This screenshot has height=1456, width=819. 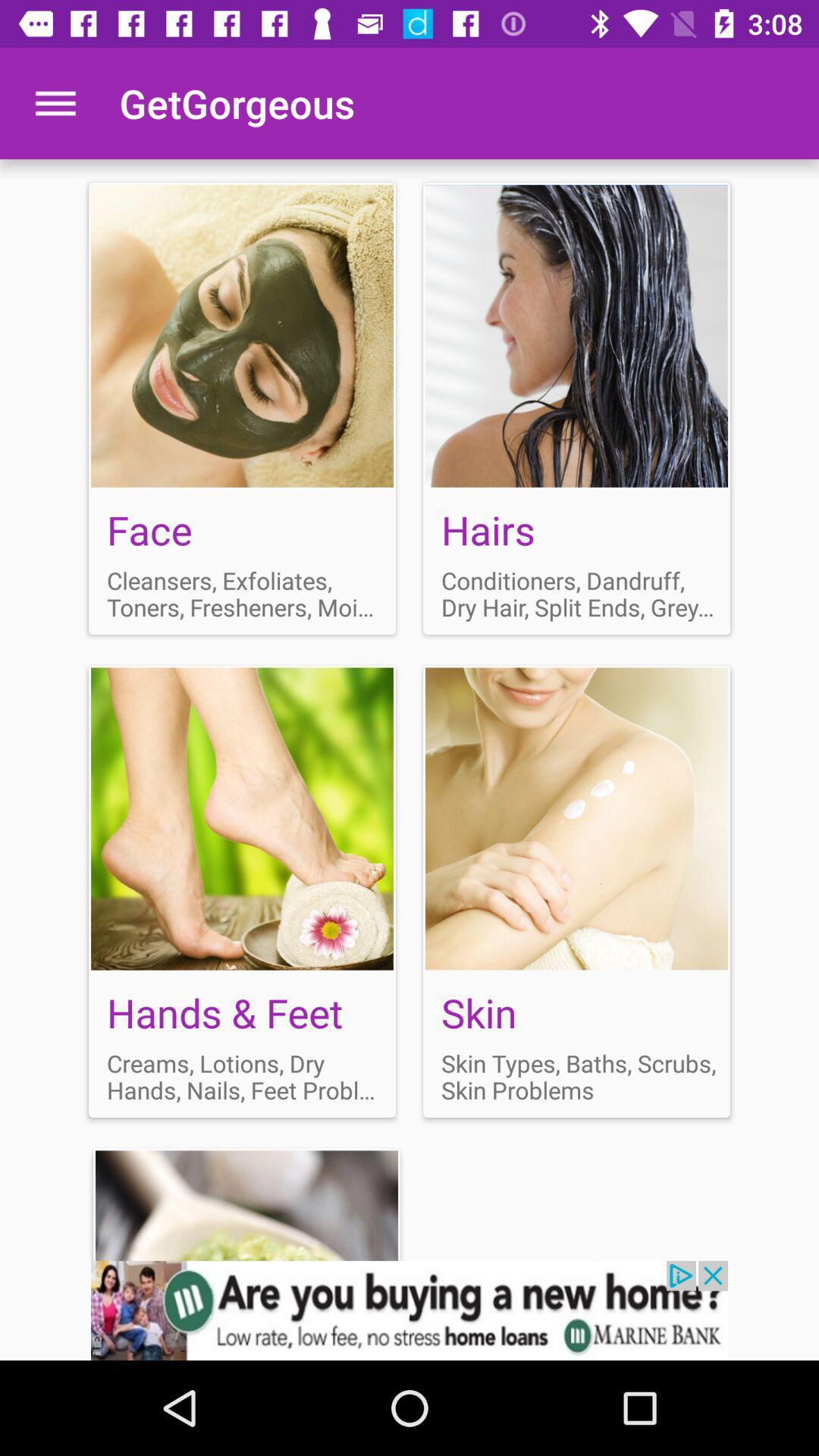 I want to click on sub article, so click(x=241, y=891).